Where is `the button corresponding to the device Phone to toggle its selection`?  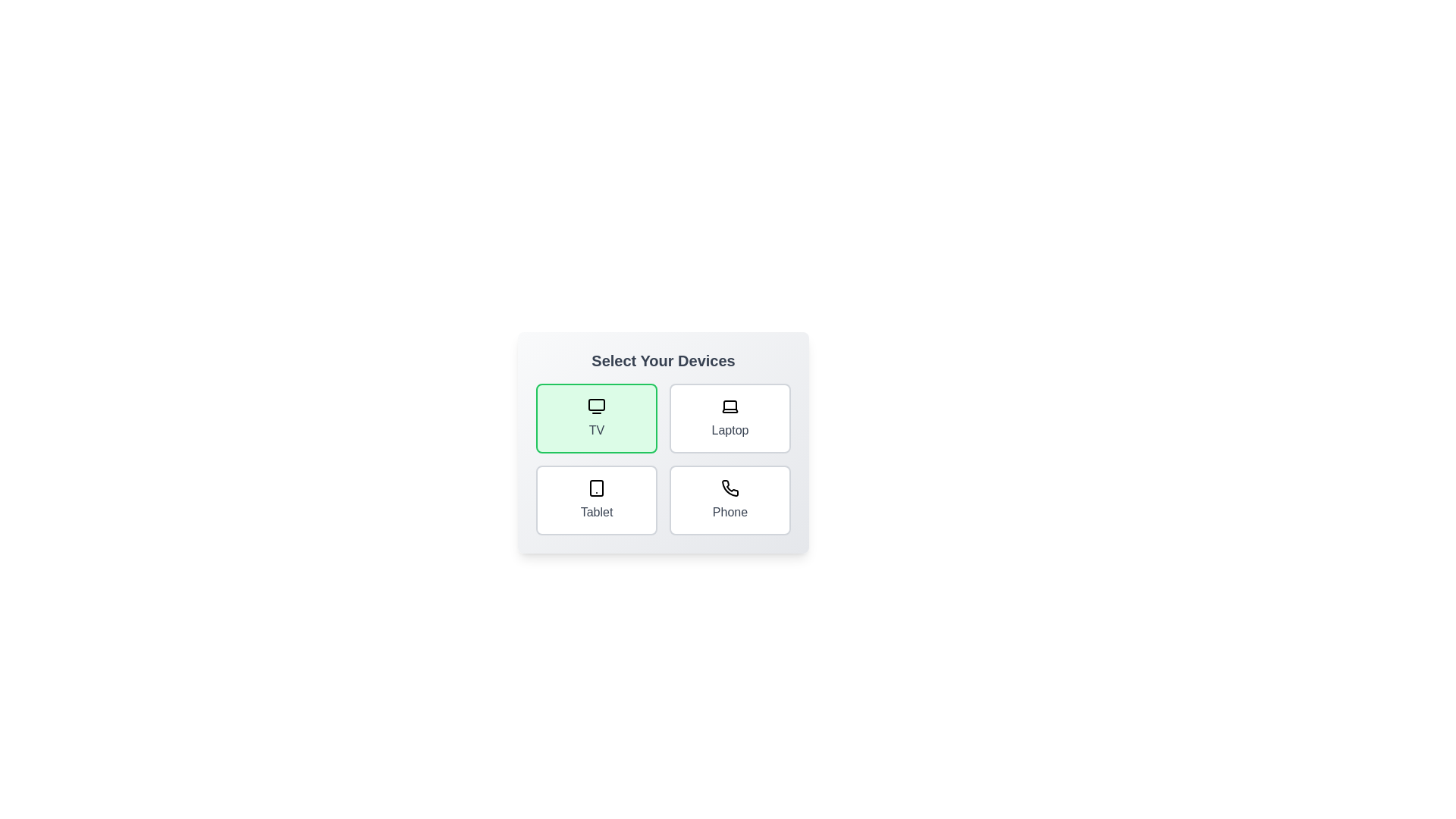 the button corresponding to the device Phone to toggle its selection is located at coordinates (730, 500).